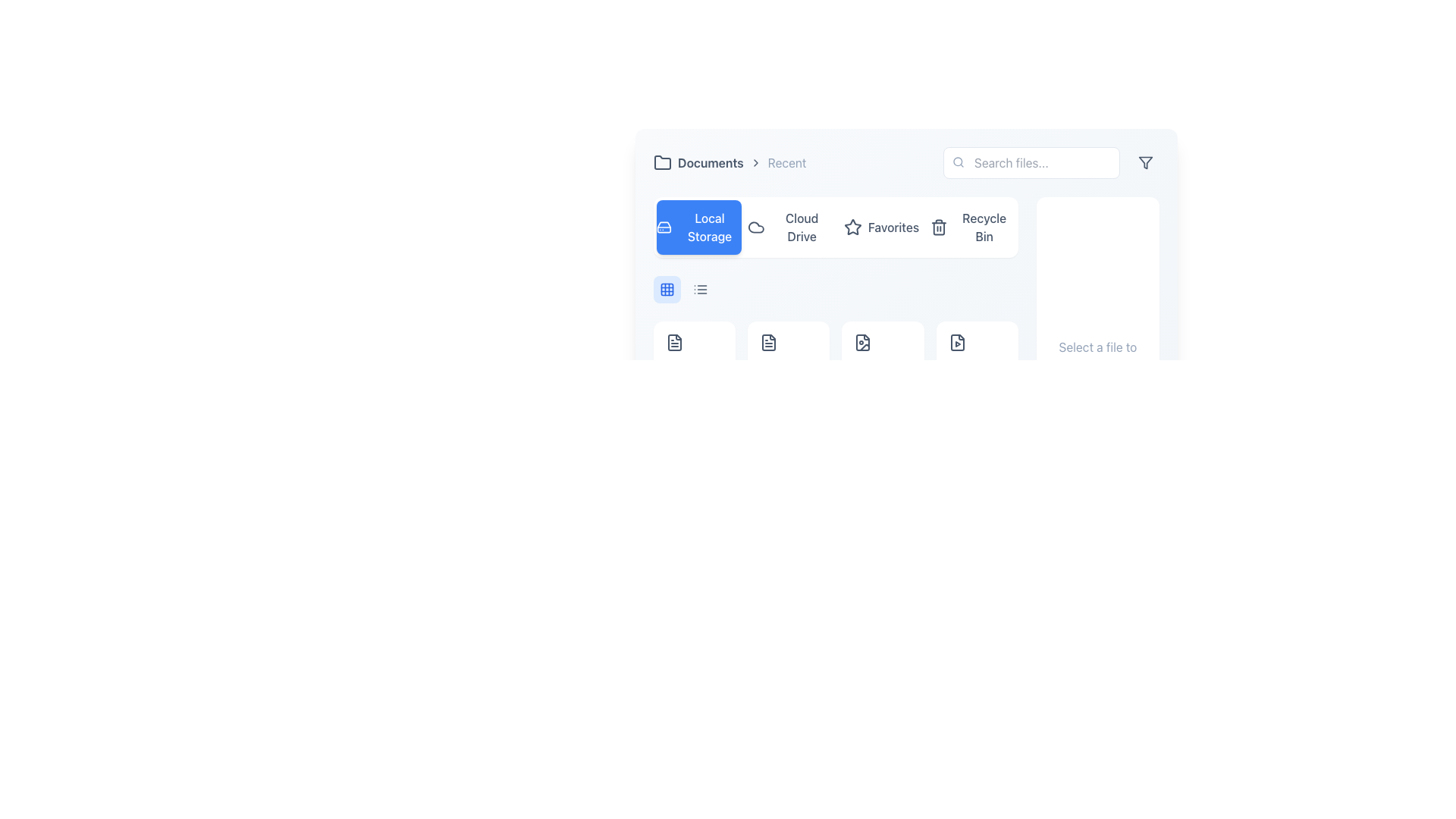  Describe the element at coordinates (769, 342) in the screenshot. I see `the second document file icon in the toolbar section` at that location.